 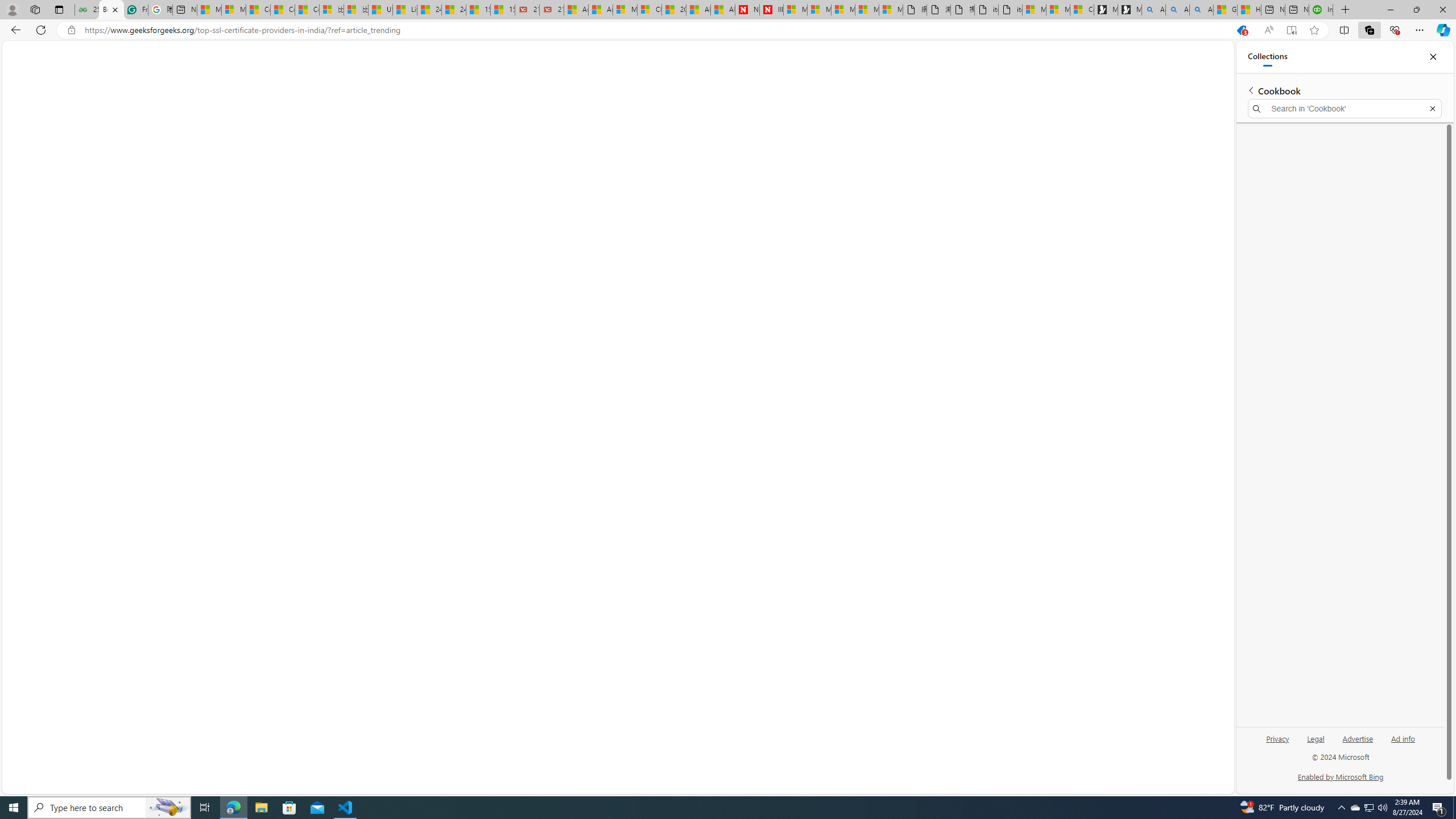 I want to click on 'Free AI Writing Assistance for Students | Grammarly', so click(x=136, y=9).